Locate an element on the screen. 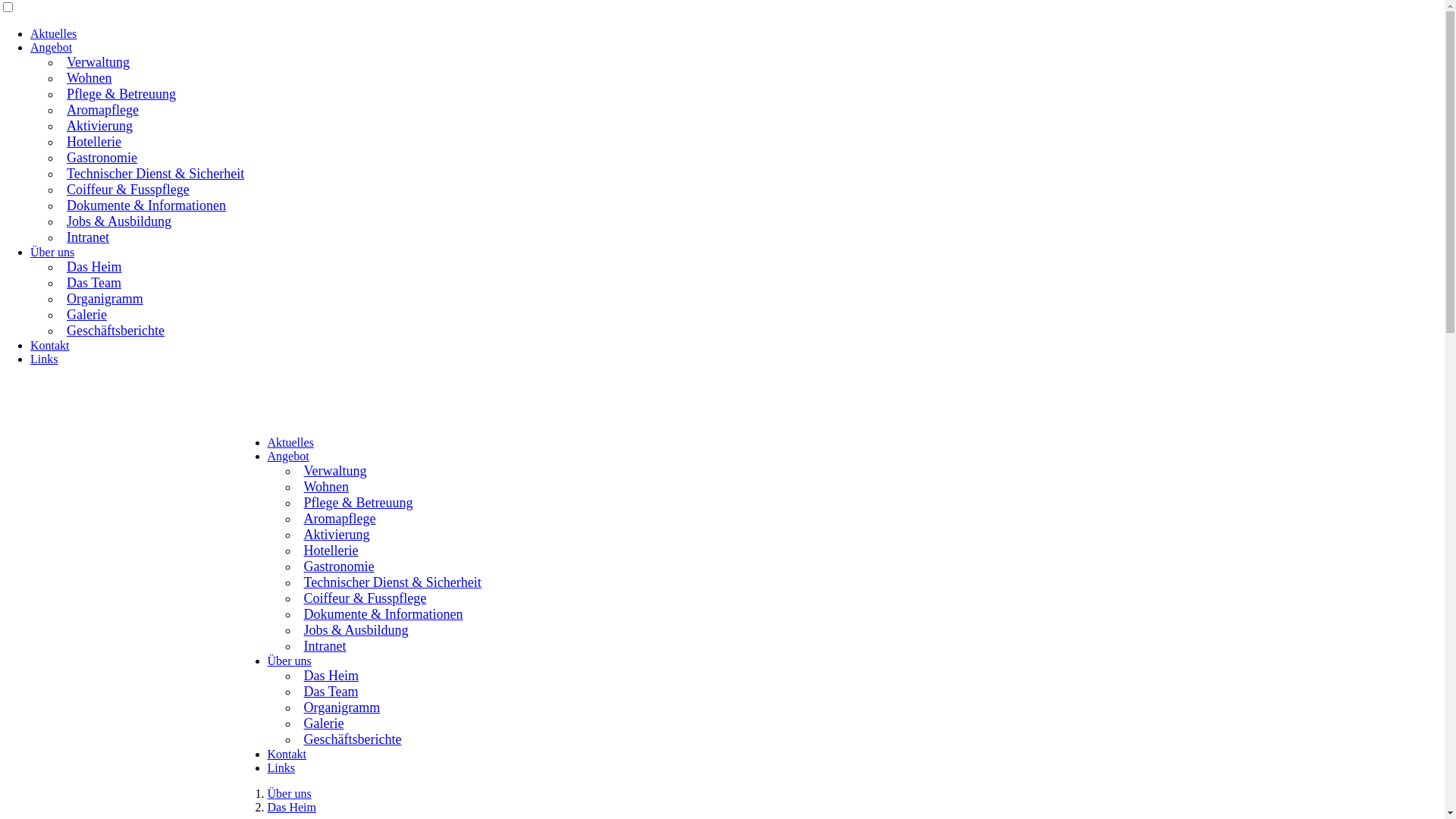  'Aktivierung' is located at coordinates (61, 124).